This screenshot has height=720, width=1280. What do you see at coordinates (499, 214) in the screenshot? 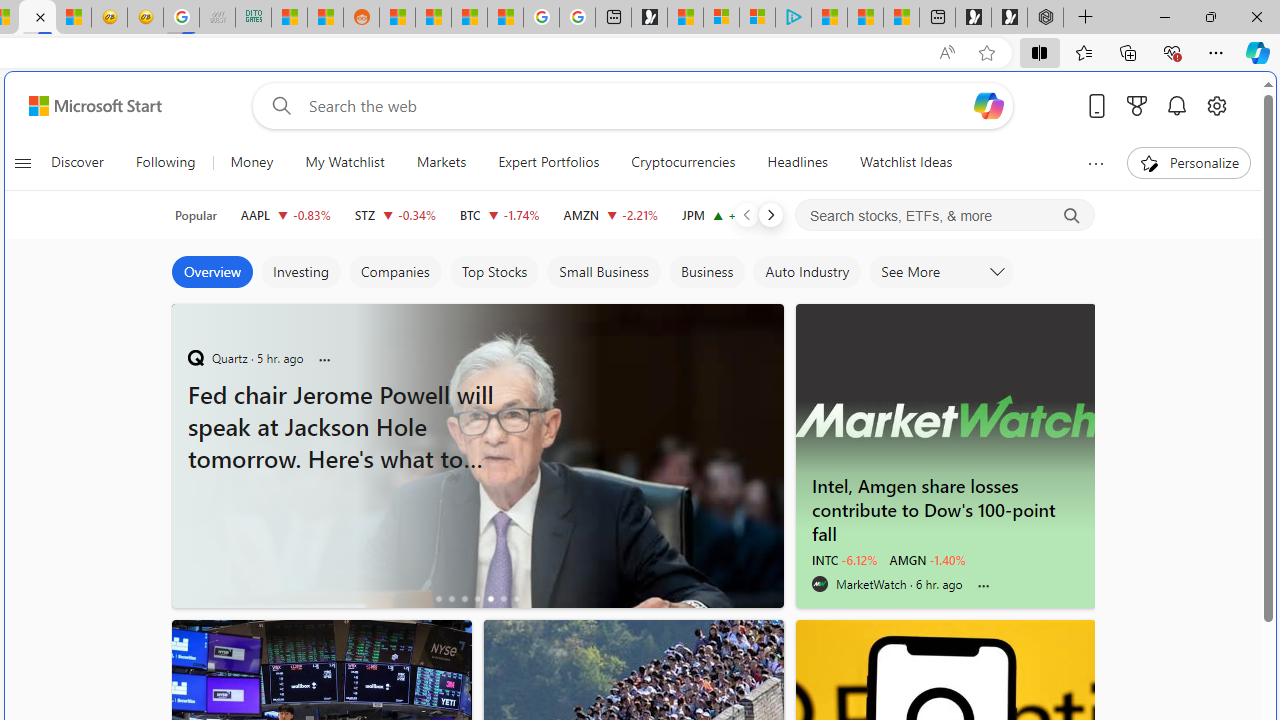
I see `'BTC Bitcoin decrease 60,359.26 -1,049.65 -1.74%'` at bounding box center [499, 214].